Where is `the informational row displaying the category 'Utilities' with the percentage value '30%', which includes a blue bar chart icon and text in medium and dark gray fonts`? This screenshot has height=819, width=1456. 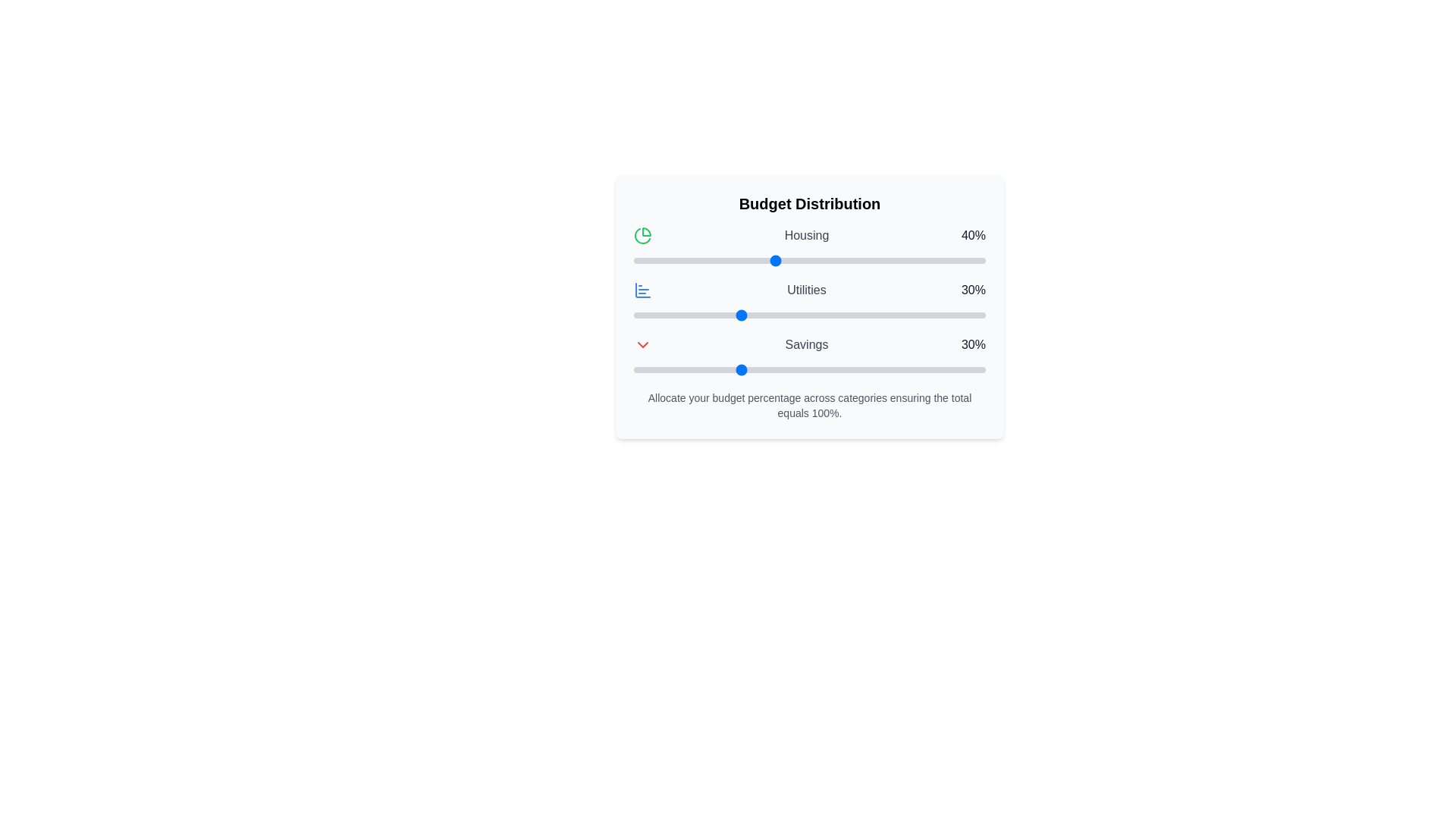 the informational row displaying the category 'Utilities' with the percentage value '30%', which includes a blue bar chart icon and text in medium and dark gray fonts is located at coordinates (809, 290).